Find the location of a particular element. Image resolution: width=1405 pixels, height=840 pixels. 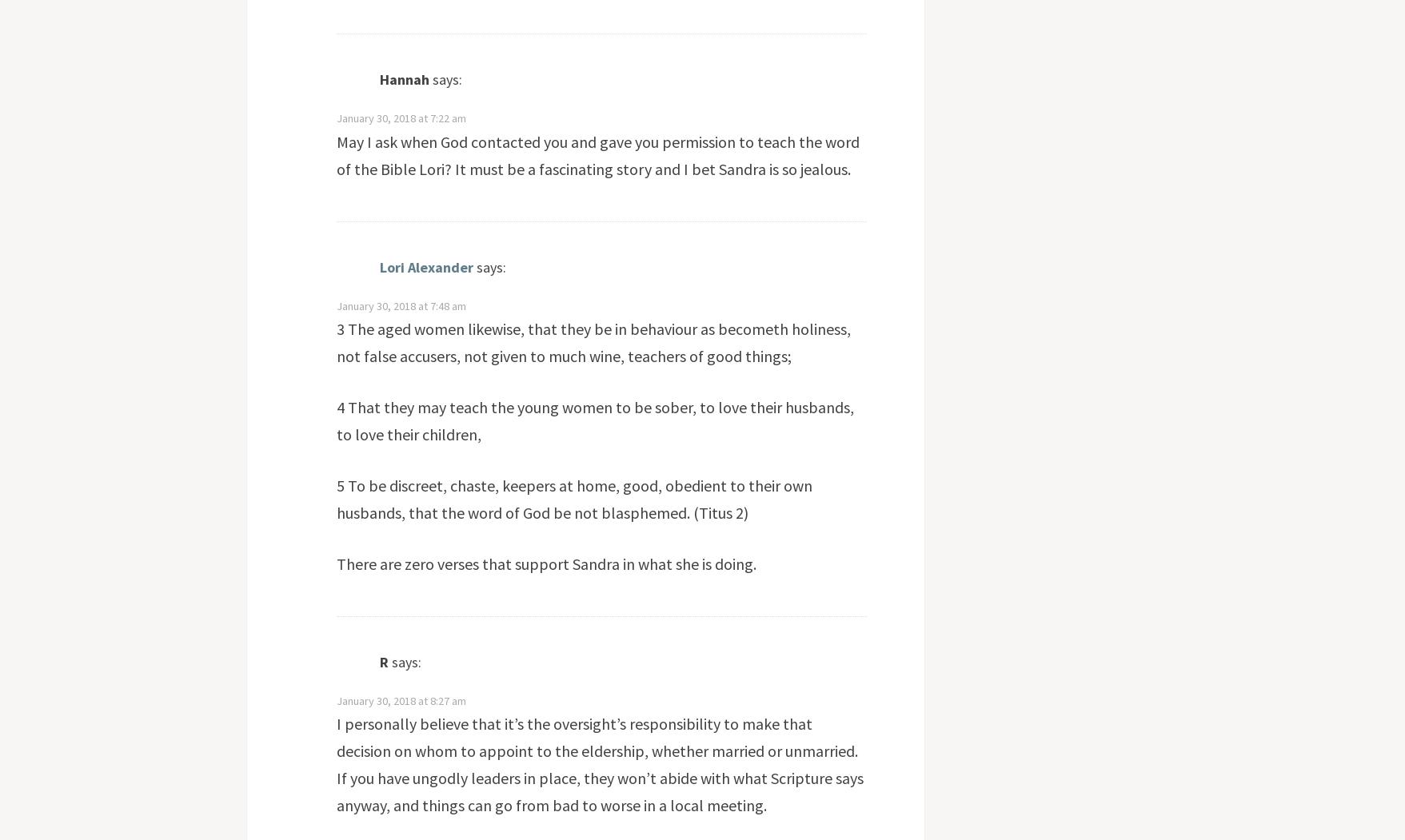

'4 That they may teach the young women to be sober, to love their husbands, to love their children,' is located at coordinates (334, 420).